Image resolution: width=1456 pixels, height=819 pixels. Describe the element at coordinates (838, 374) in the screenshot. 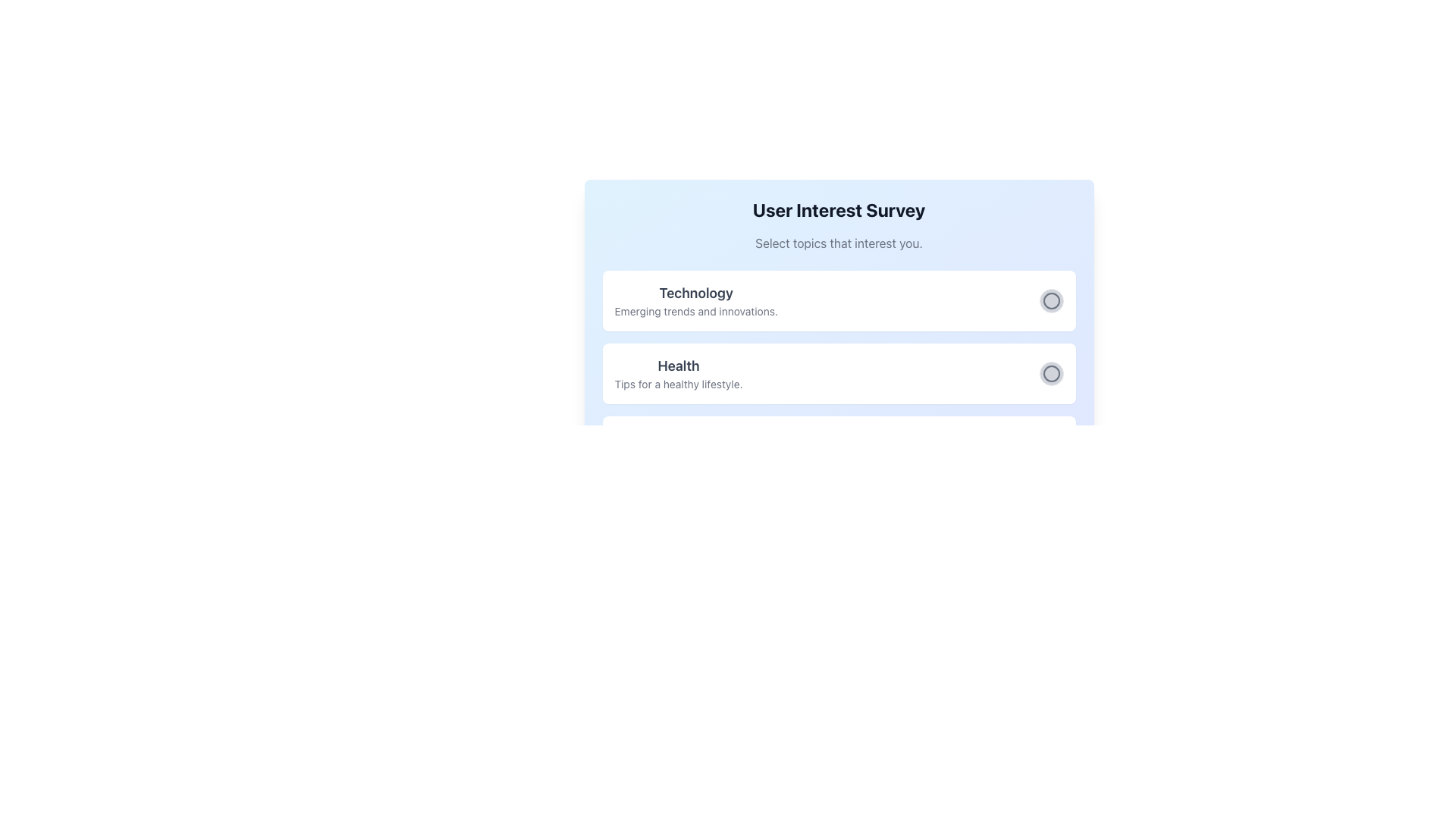

I see `the 'Health' Selectable Card, which is the second item in the list` at that location.